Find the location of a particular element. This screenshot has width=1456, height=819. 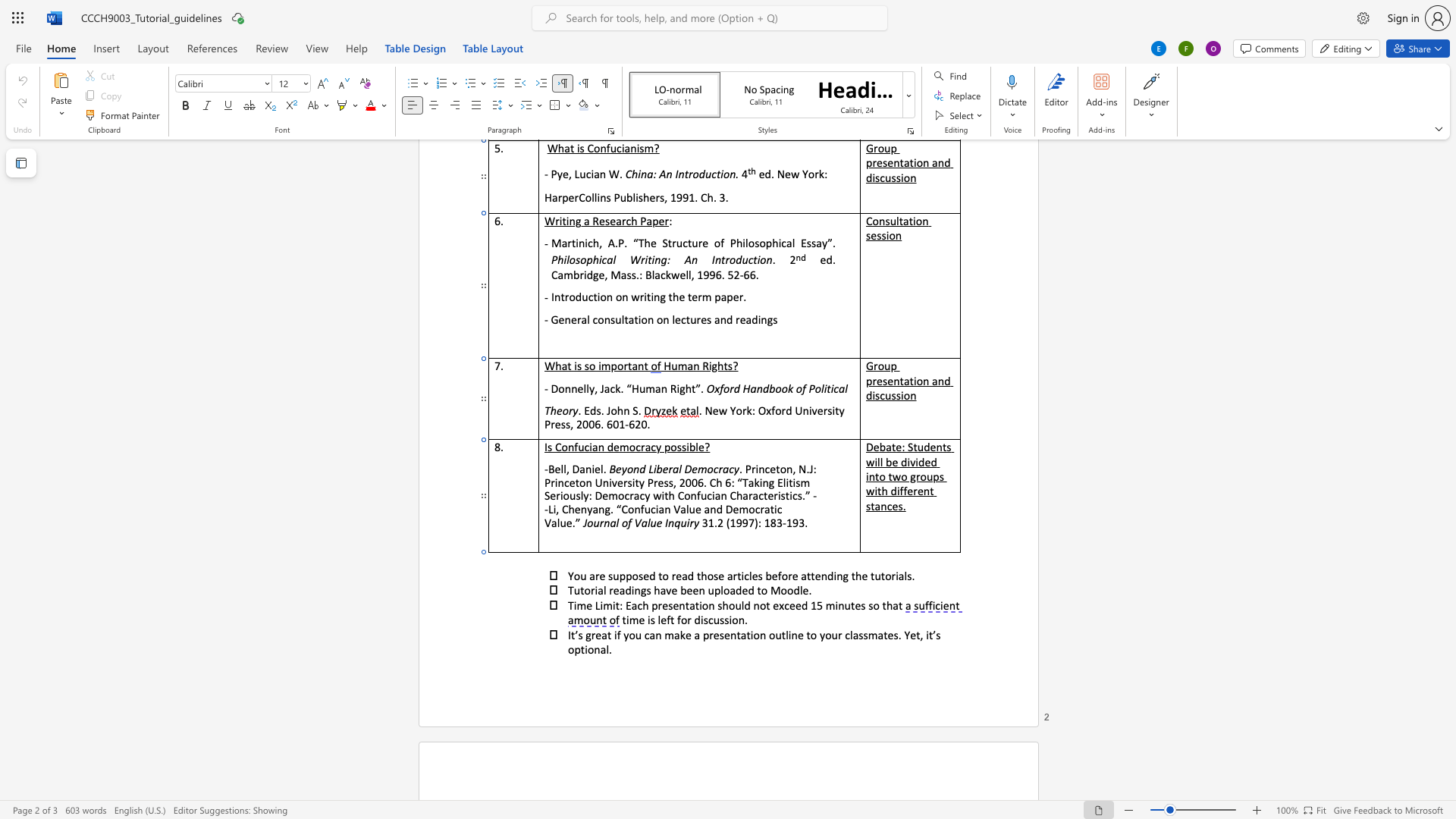

the space between the continuous character "-" and "1" in the text is located at coordinates (786, 522).